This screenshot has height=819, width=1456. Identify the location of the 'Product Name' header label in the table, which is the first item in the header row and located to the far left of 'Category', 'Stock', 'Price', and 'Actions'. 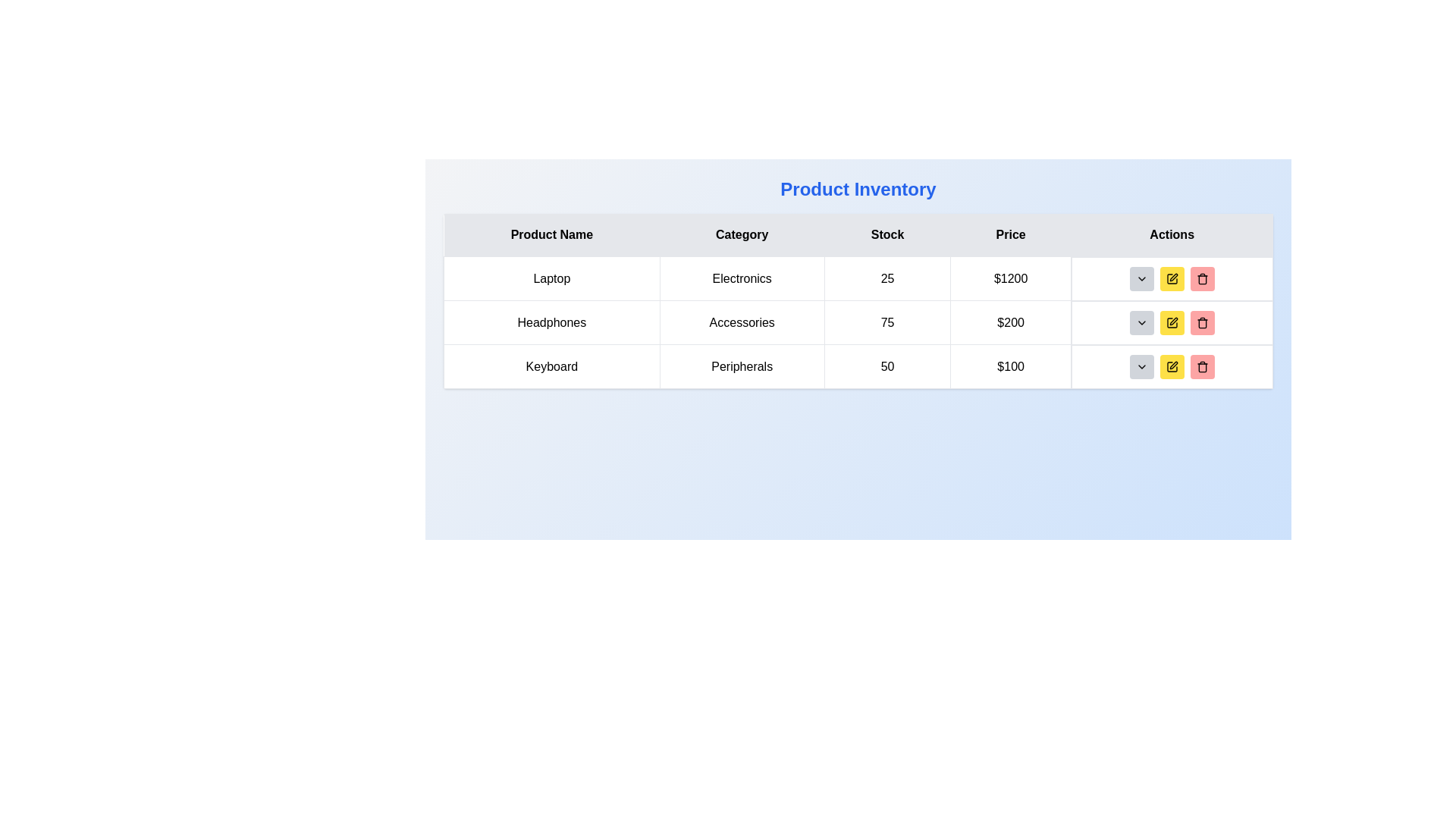
(551, 235).